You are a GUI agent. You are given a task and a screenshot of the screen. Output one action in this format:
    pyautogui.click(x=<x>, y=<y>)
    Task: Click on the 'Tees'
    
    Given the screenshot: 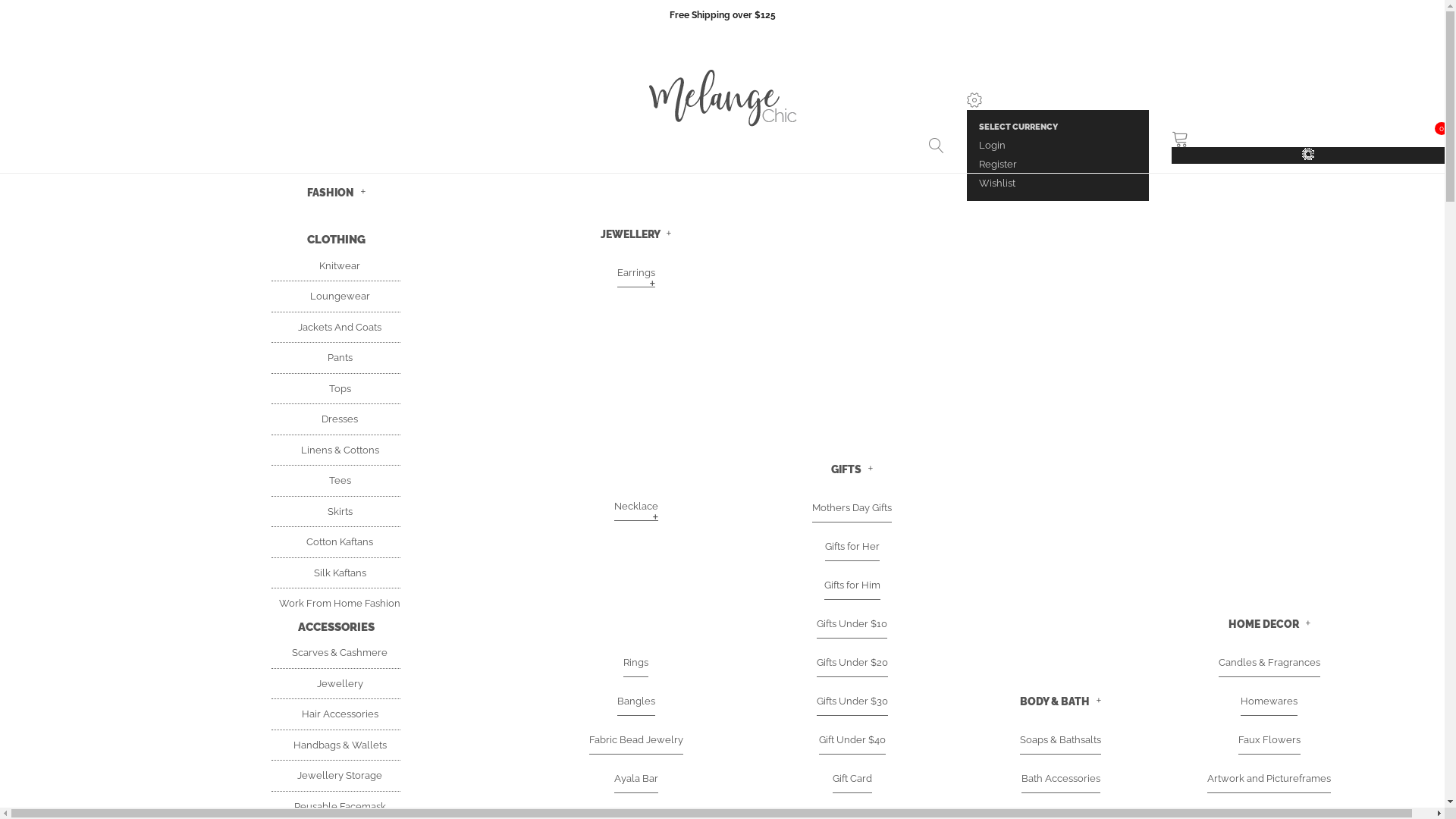 What is the action you would take?
    pyautogui.click(x=320, y=480)
    